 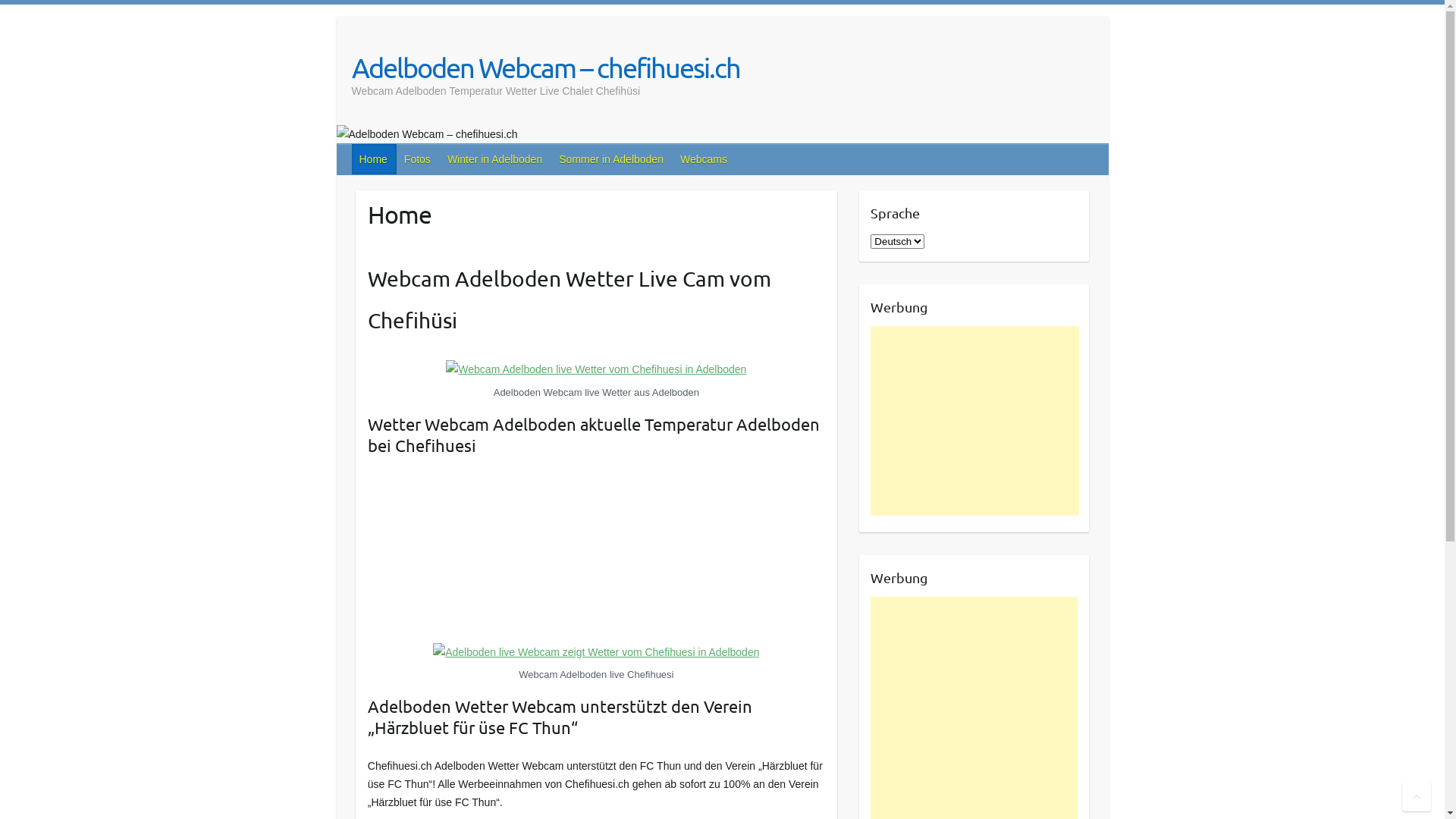 I want to click on 'Home', so click(x=374, y=158).